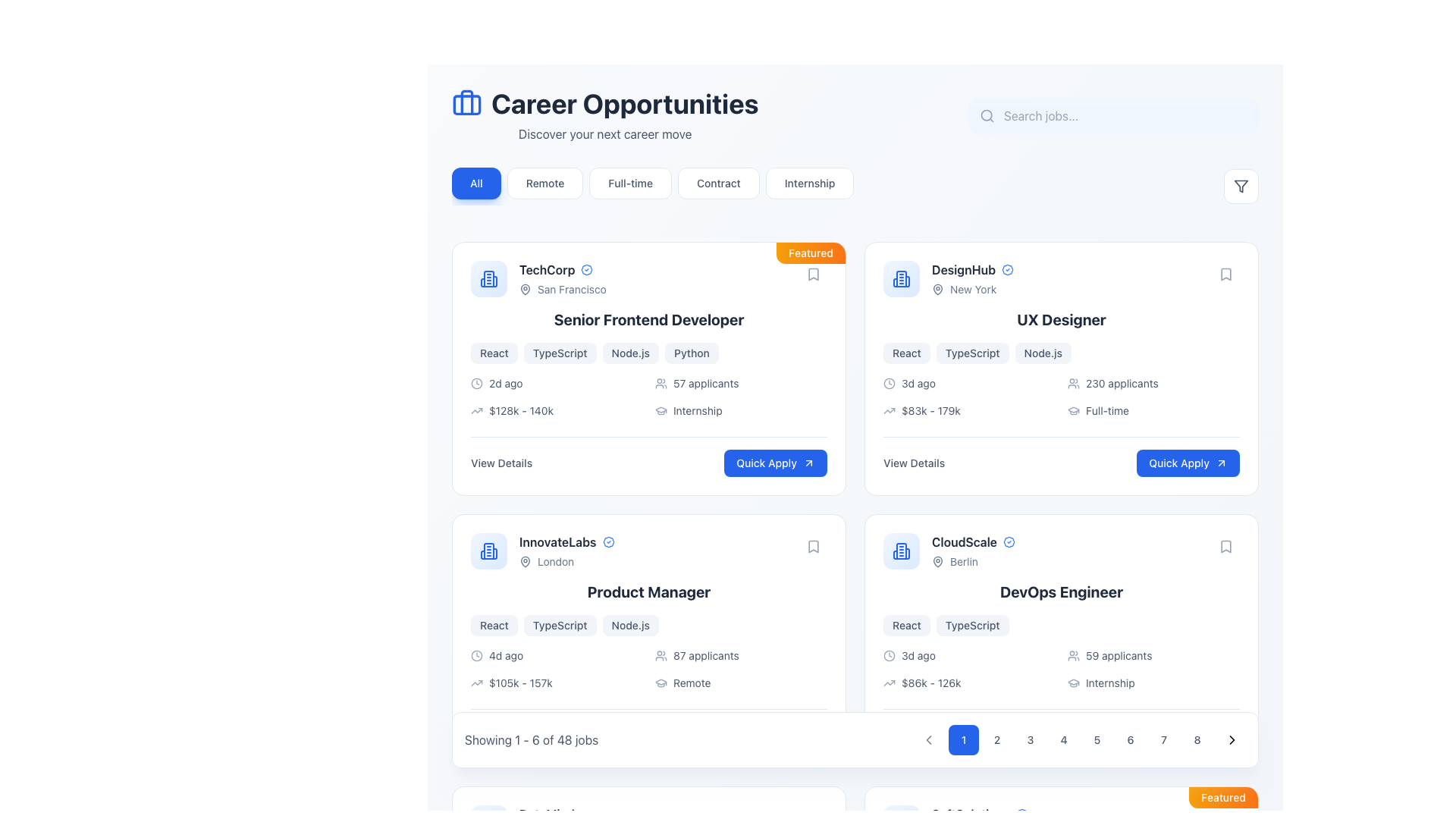 The height and width of the screenshot is (819, 1456). I want to click on the map pin icon located to the left of the 'New York' text in the job card titled 'DesignHub' for the position 'UX Designer', so click(937, 289).